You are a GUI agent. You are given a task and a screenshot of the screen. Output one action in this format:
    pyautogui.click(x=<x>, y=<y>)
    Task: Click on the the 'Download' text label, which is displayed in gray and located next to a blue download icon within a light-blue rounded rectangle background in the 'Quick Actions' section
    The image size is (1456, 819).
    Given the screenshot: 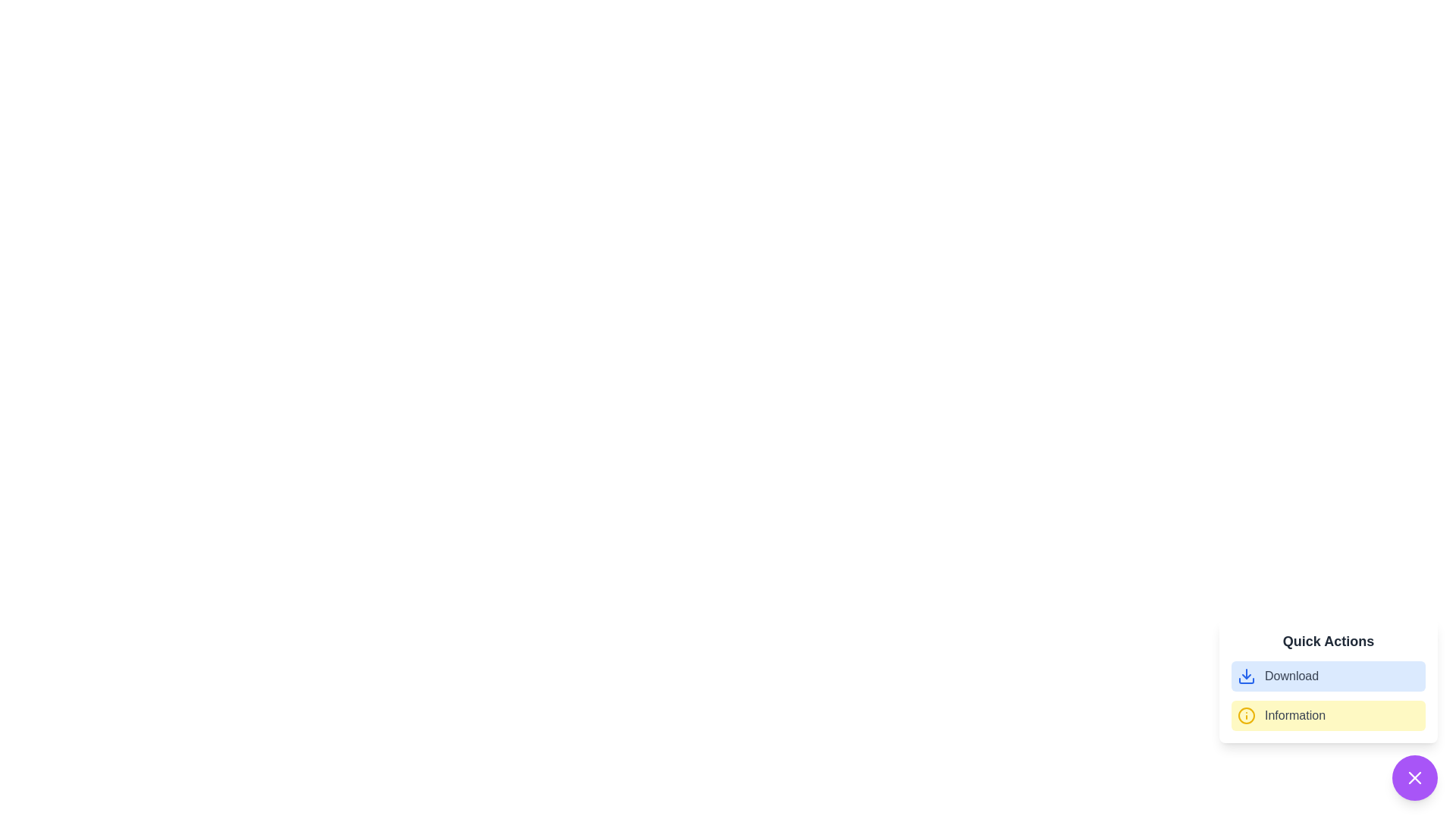 What is the action you would take?
    pyautogui.click(x=1291, y=675)
    